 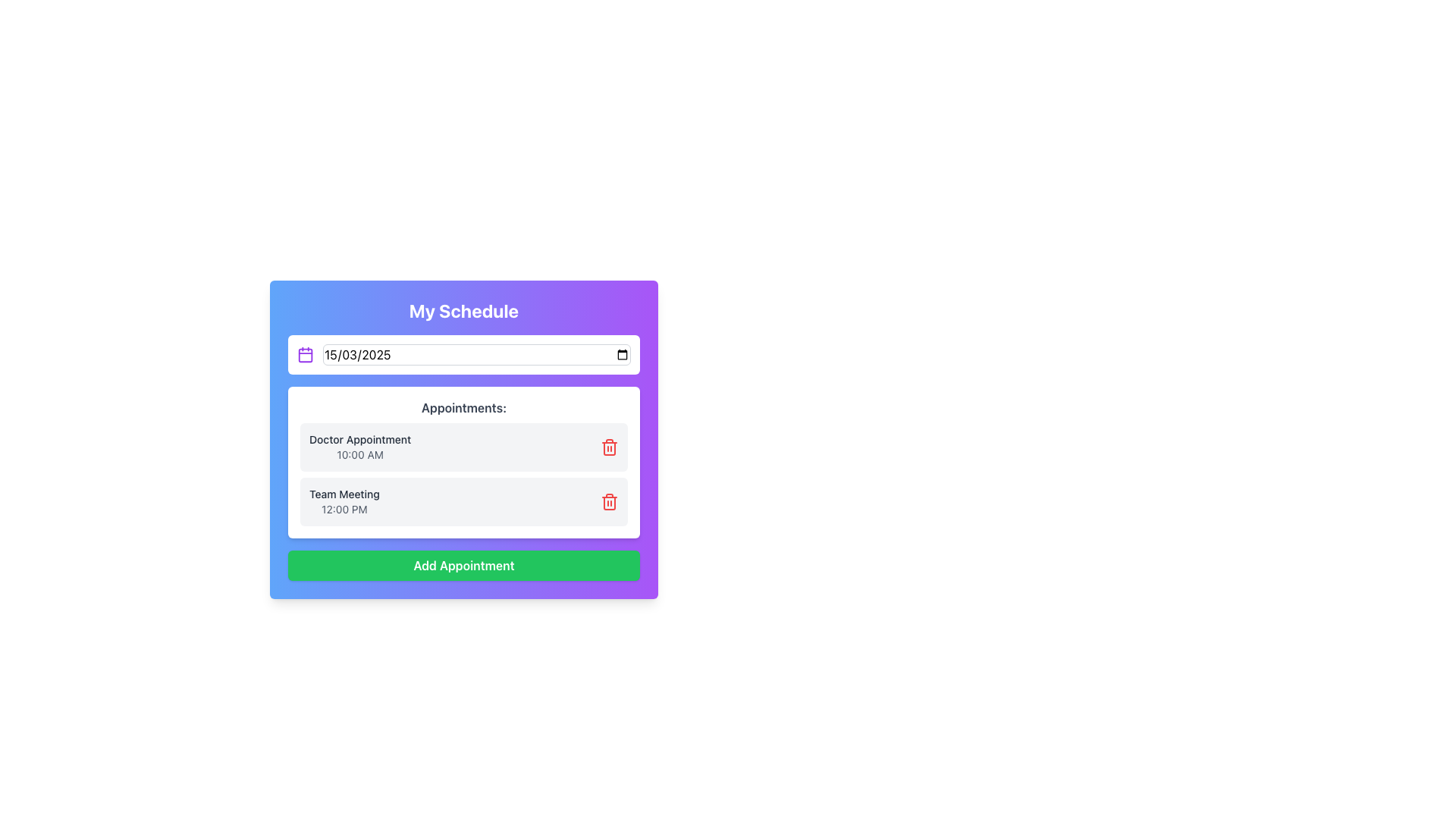 What do you see at coordinates (359, 447) in the screenshot?
I see `the text label that provides information about a scheduled doctor's appointment, located near the top-left corner inside the appointment block above the 'Team Meeting' appointment` at bounding box center [359, 447].